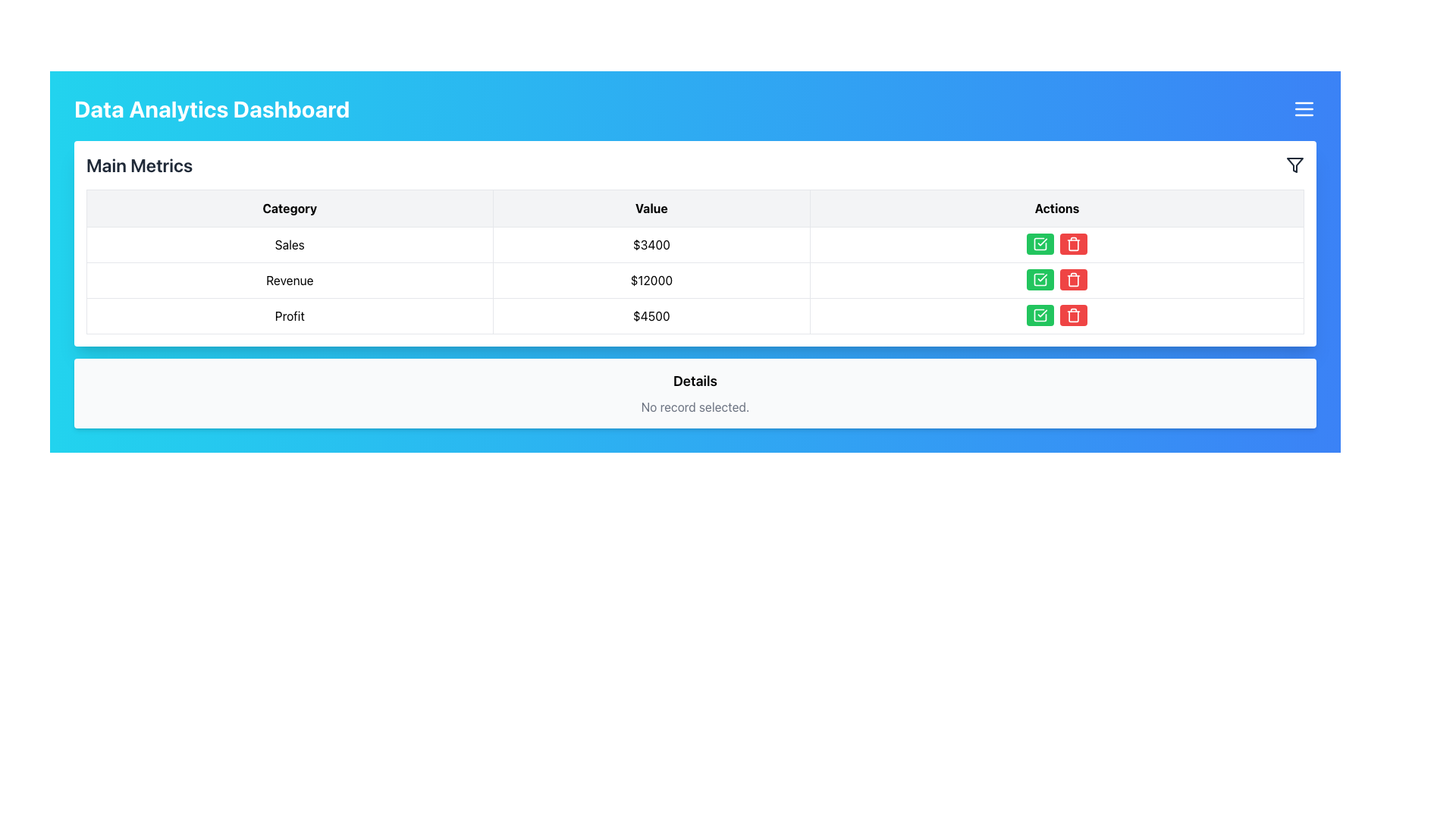 This screenshot has height=819, width=1456. What do you see at coordinates (1303, 108) in the screenshot?
I see `the menu icon button styled with three horizontal lines stacked vertically, located in the top-right corner of the interface` at bounding box center [1303, 108].